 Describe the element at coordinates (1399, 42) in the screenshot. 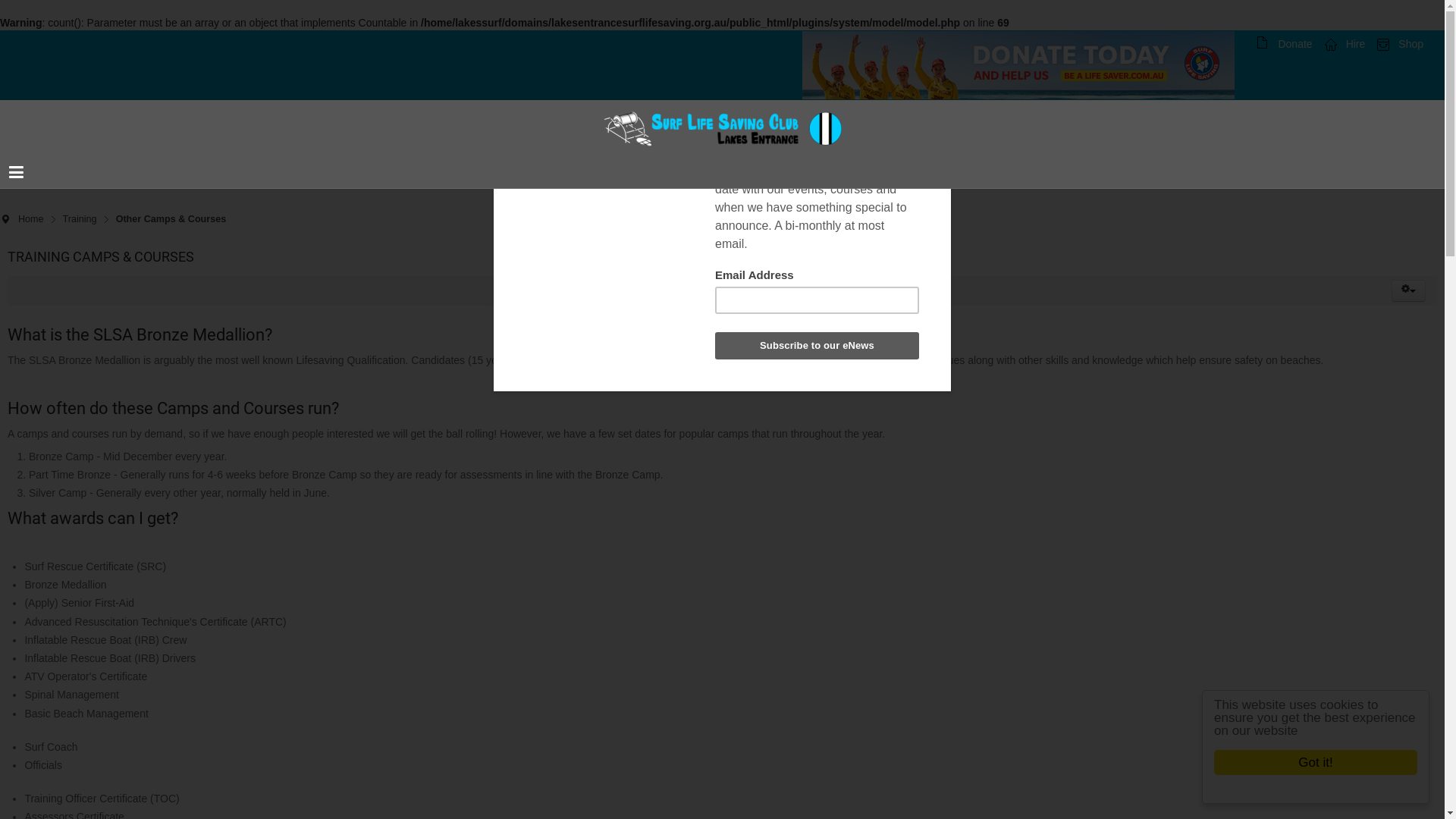

I see `'Shop'` at that location.